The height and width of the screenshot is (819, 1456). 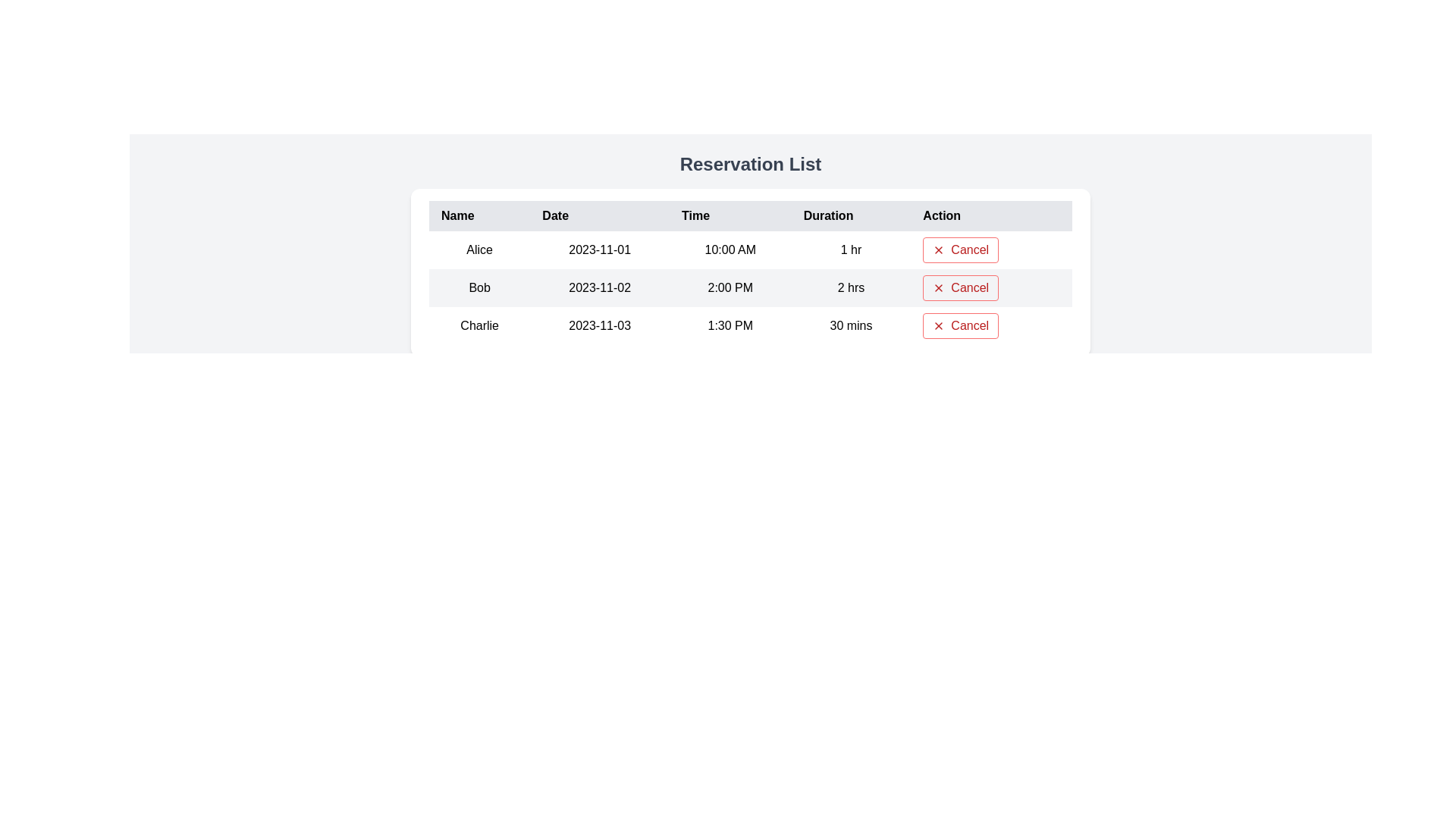 I want to click on the 'Cancel' button with a red border and rounded corners, associated with the 'Bob' entry in the second row of the table, to activate hover effects, so click(x=960, y=288).